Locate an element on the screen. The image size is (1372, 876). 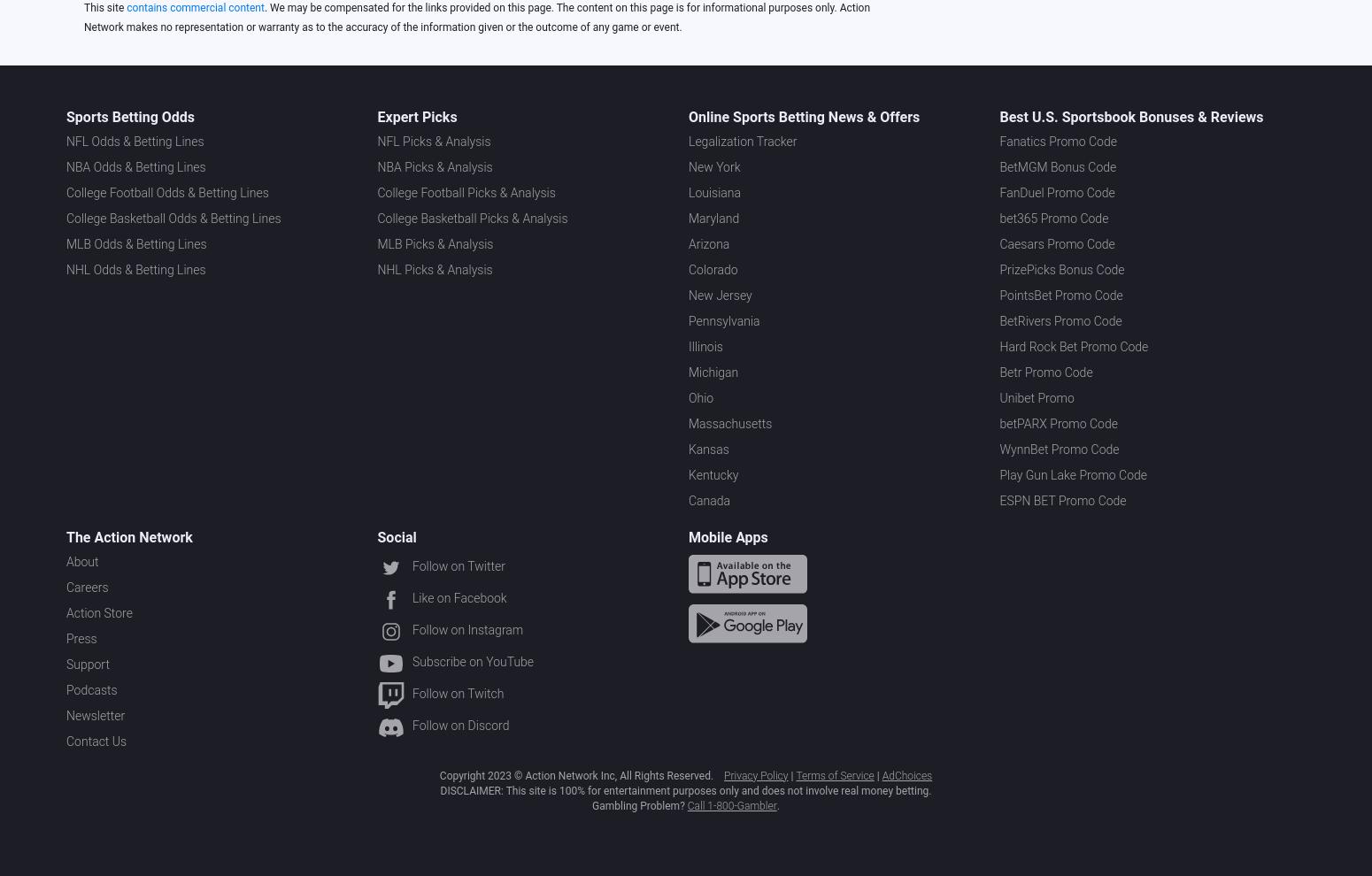
'MLB Odds & Betting Lines' is located at coordinates (136, 243).